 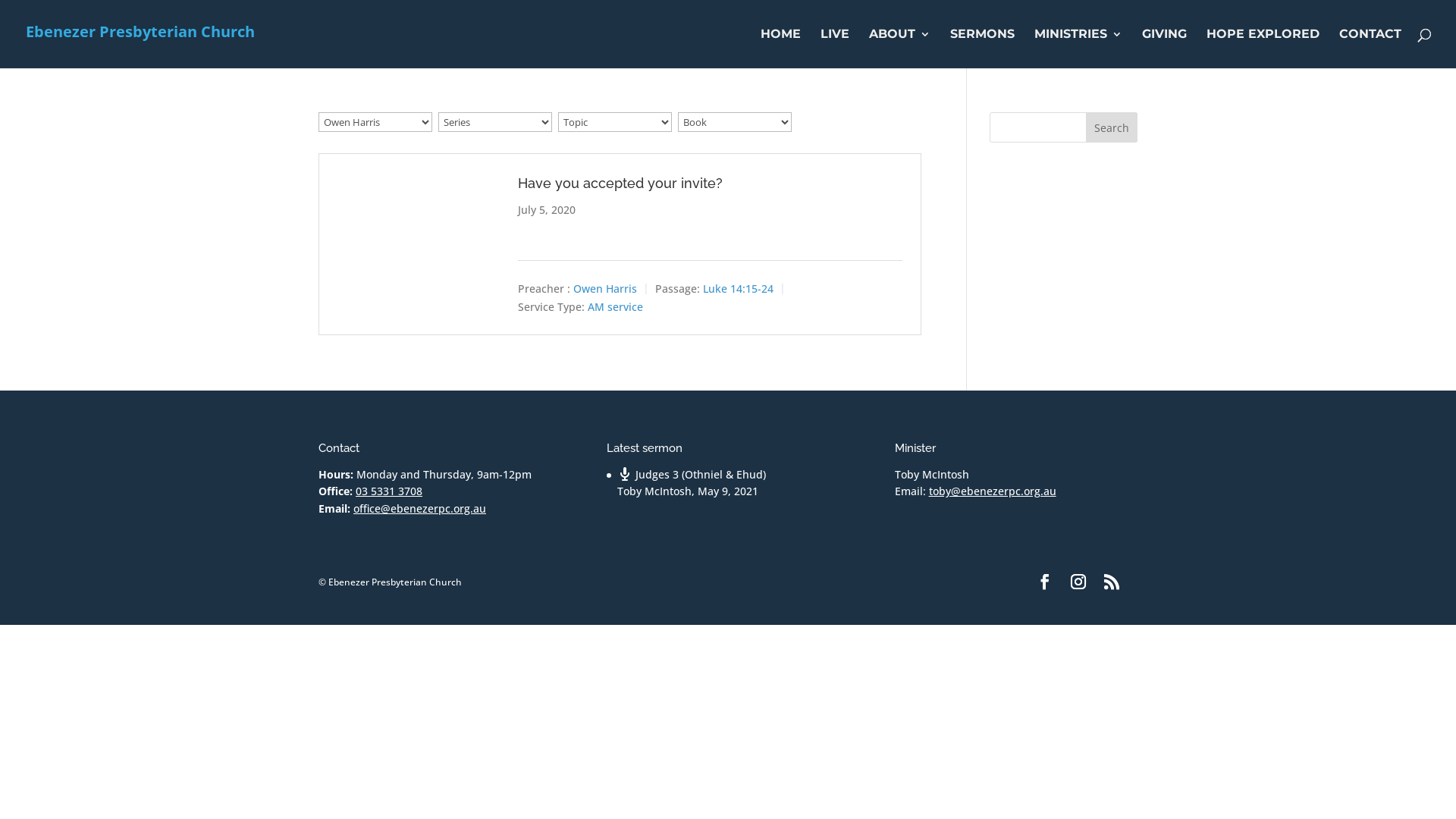 I want to click on 'Luke 14:15-24', so click(x=738, y=288).